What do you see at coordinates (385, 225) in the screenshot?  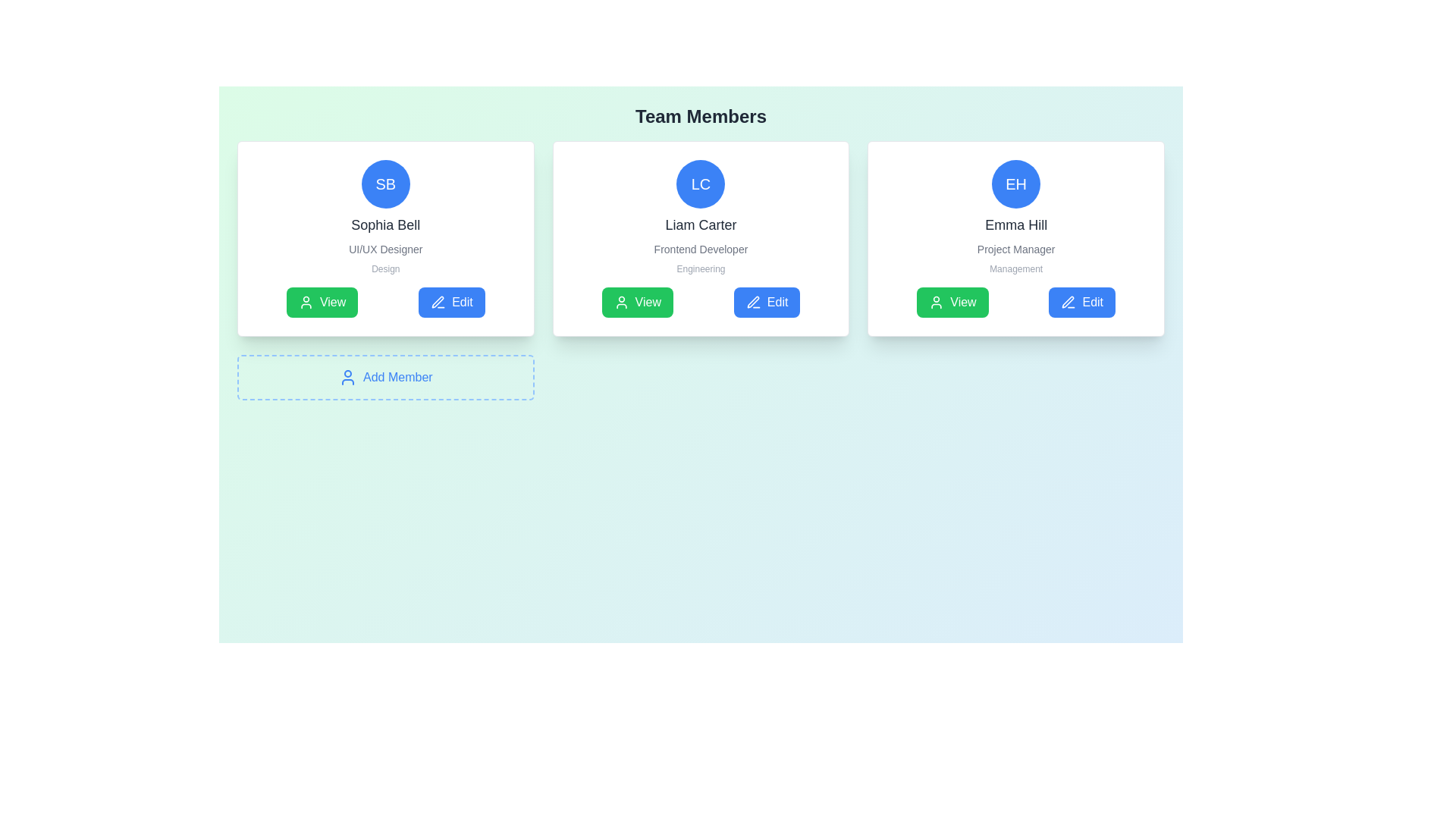 I see `the text label displaying 'Sophia Bell' in a large, bold font style, positioned centrally below the circular avatar and above the text 'UI/UX Designer'` at bounding box center [385, 225].